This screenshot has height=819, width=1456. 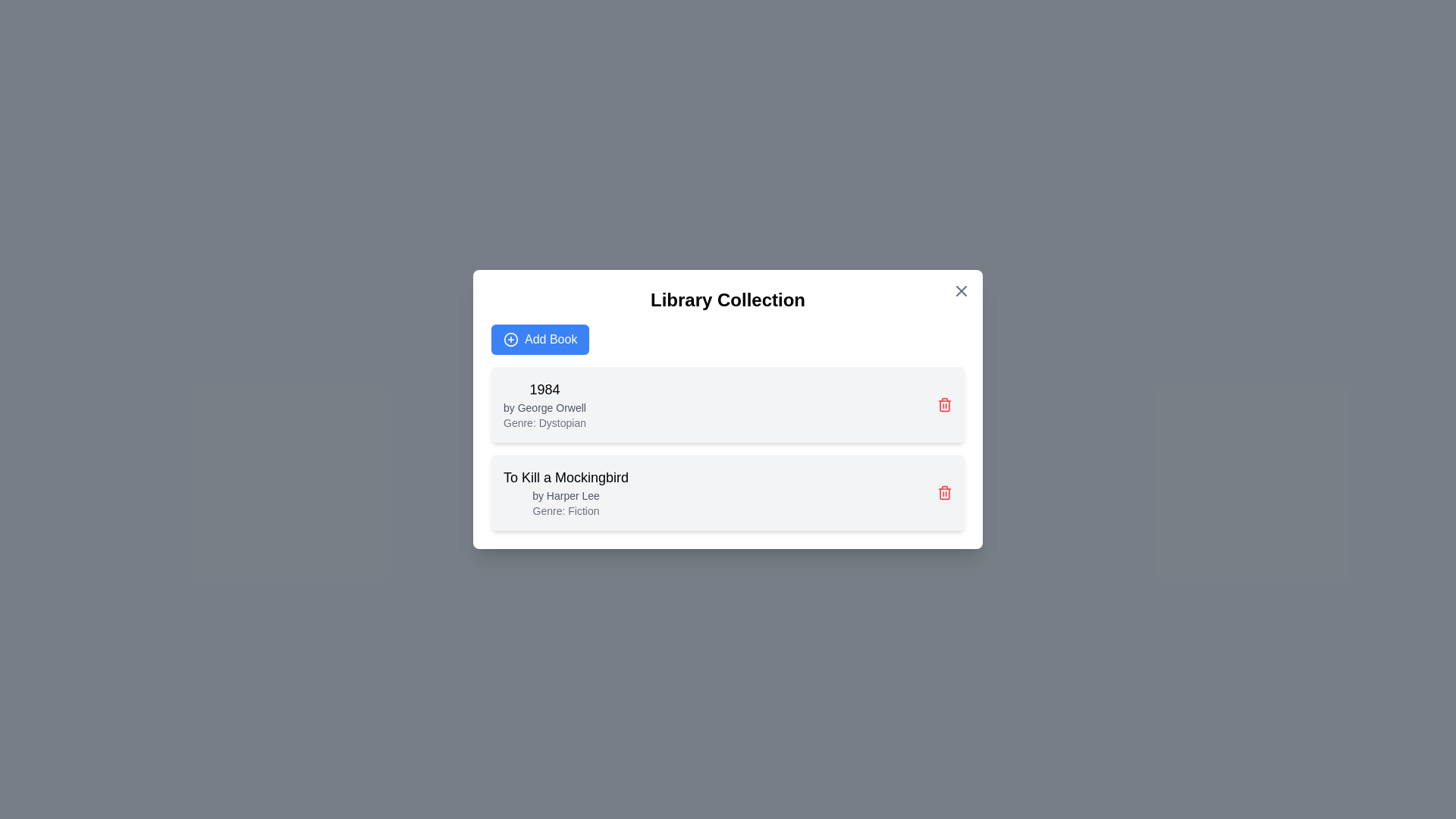 I want to click on the static text element displaying '1984', which is styled in a larger bold font and positioned at the top-left of its containing card, so click(x=544, y=388).